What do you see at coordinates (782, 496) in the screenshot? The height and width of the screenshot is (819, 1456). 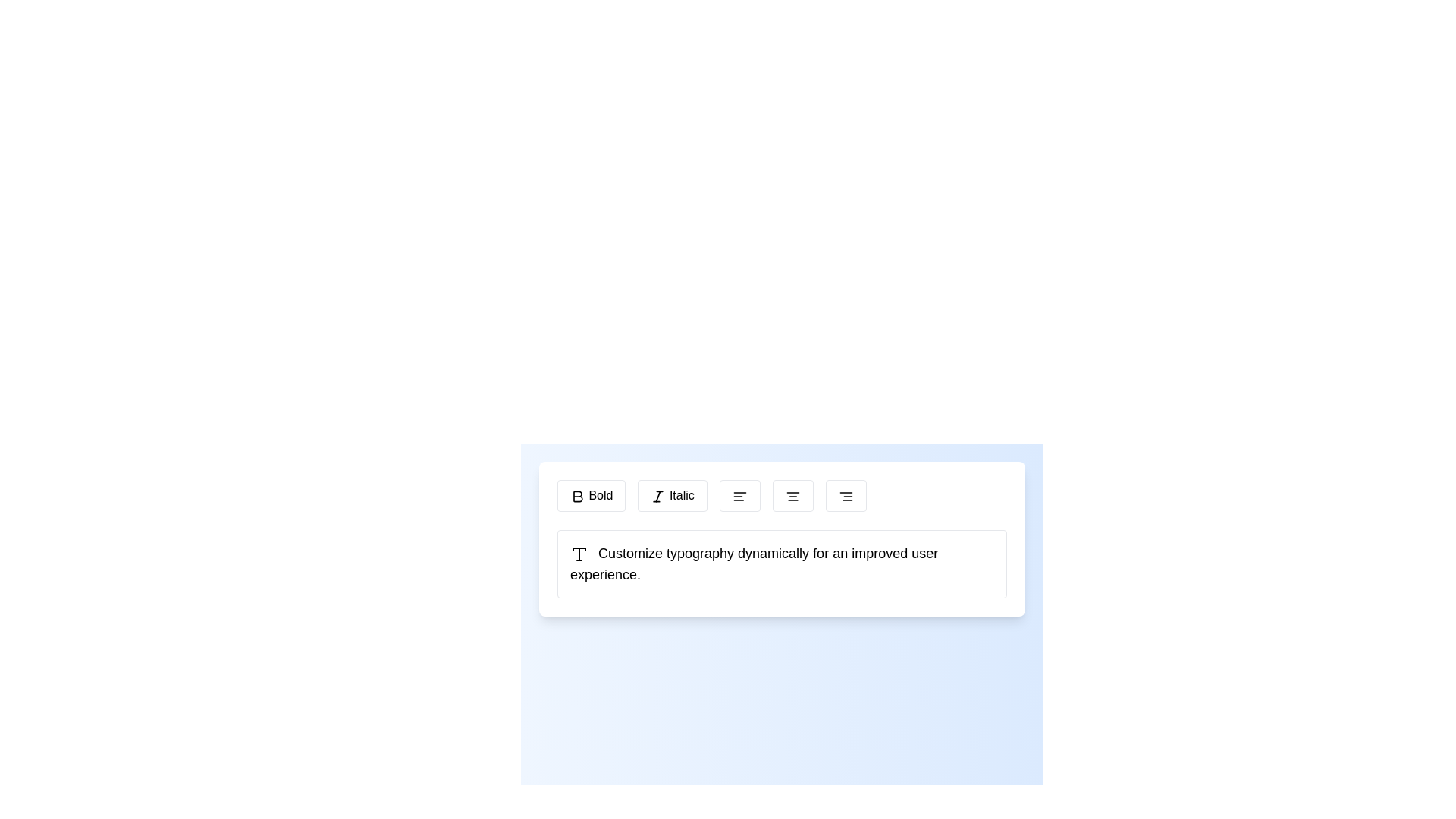 I see `the text formatting toolbar located below the header to apply formatting options for text styles, alignment, and lists` at bounding box center [782, 496].